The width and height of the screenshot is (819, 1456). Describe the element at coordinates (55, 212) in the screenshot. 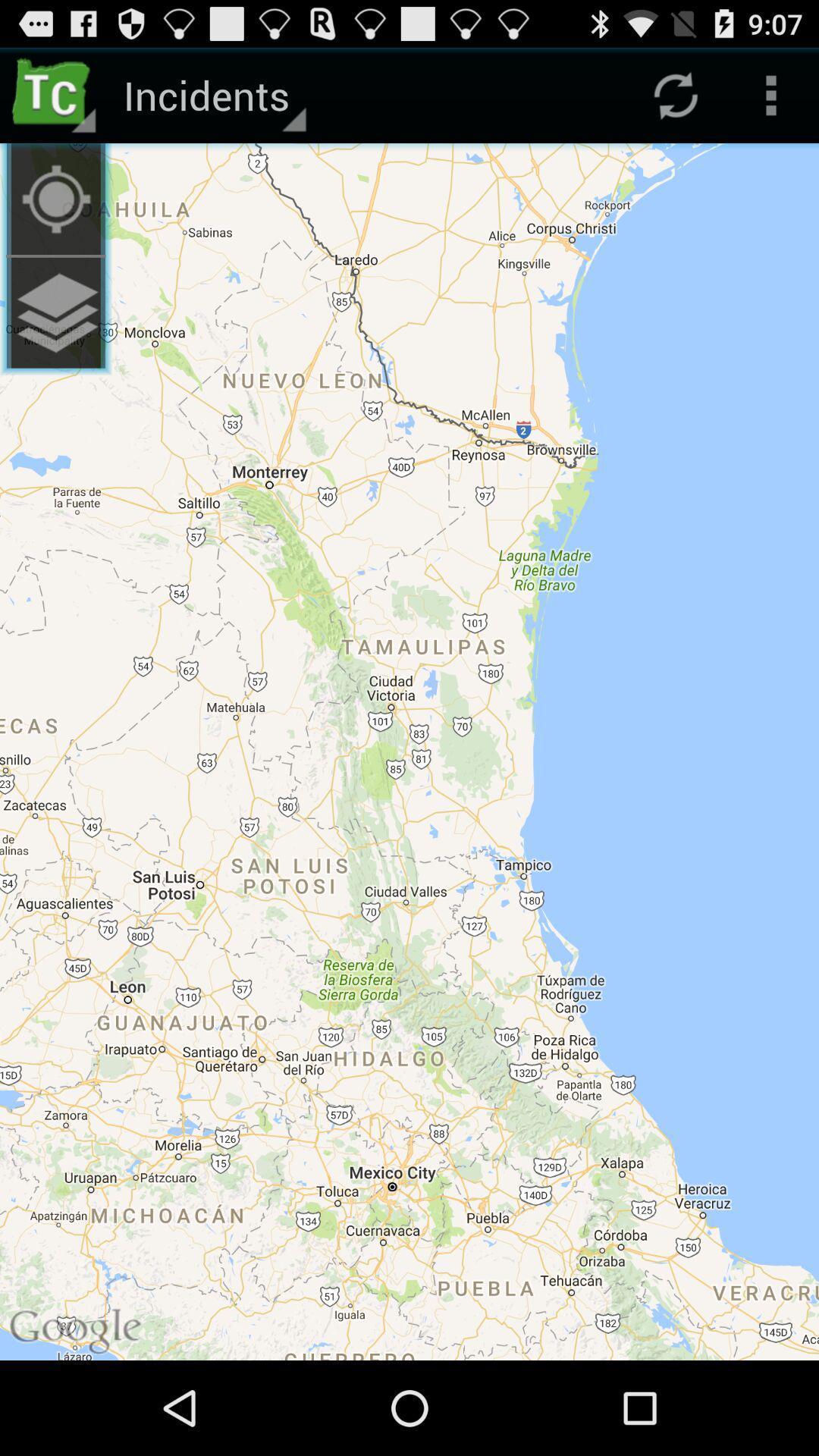

I see `the location_crosshair icon` at that location.